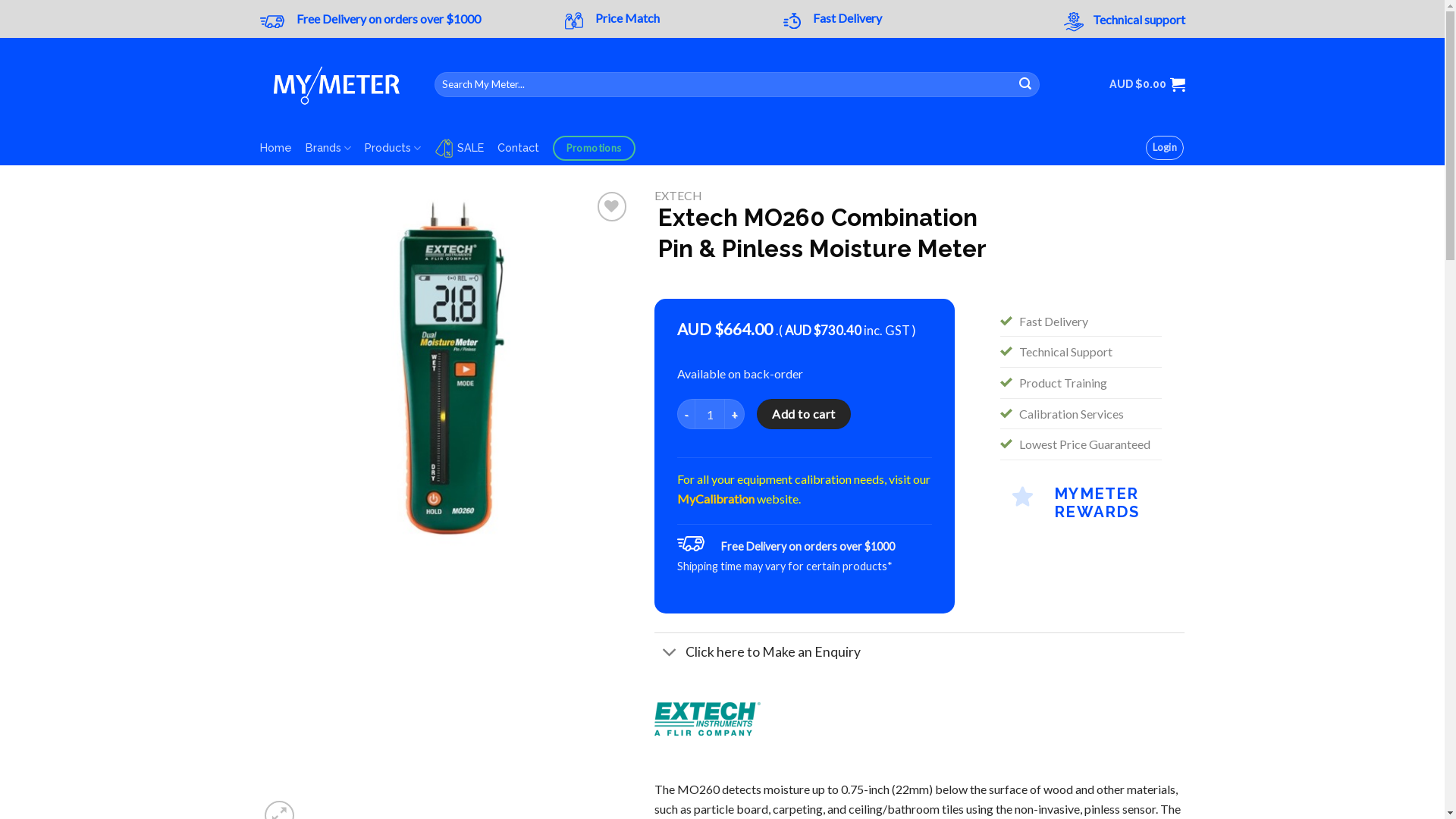  What do you see at coordinates (677, 194) in the screenshot?
I see `'EXTECH'` at bounding box center [677, 194].